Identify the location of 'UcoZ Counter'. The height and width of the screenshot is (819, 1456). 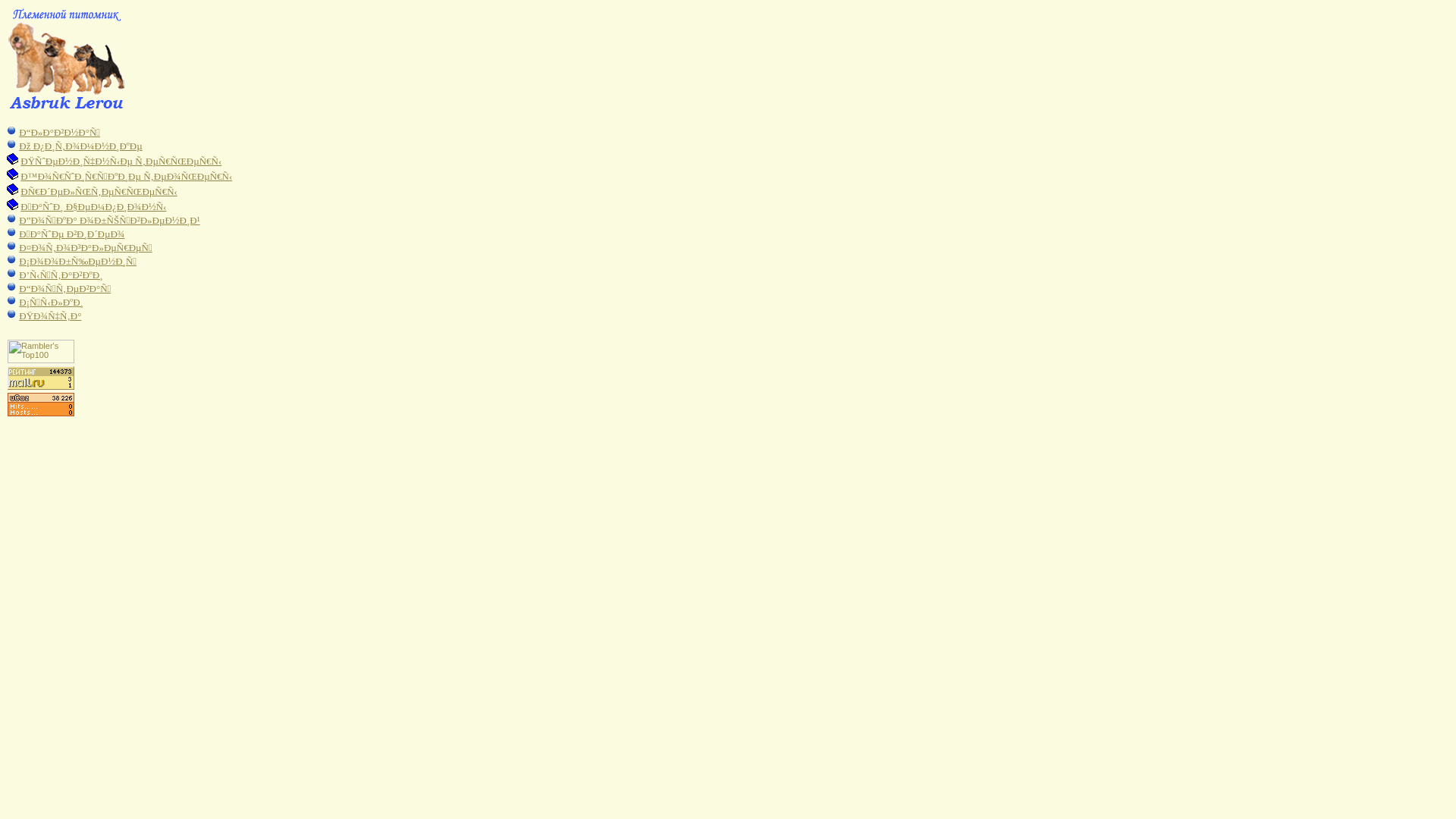
(40, 413).